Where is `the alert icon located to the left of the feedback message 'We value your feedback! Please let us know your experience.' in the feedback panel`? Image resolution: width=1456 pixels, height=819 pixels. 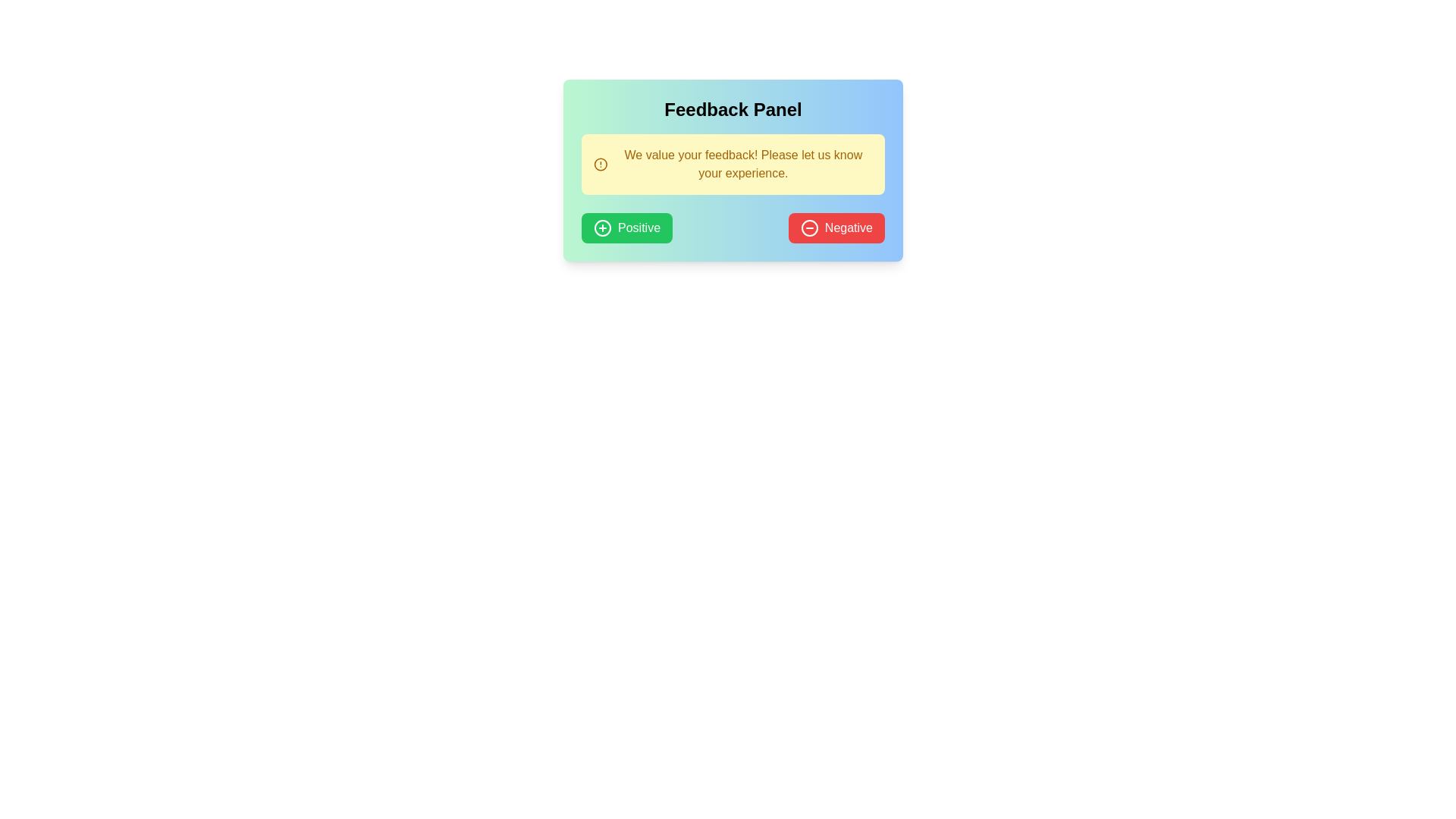 the alert icon located to the left of the feedback message 'We value your feedback! Please let us know your experience.' in the feedback panel is located at coordinates (600, 164).